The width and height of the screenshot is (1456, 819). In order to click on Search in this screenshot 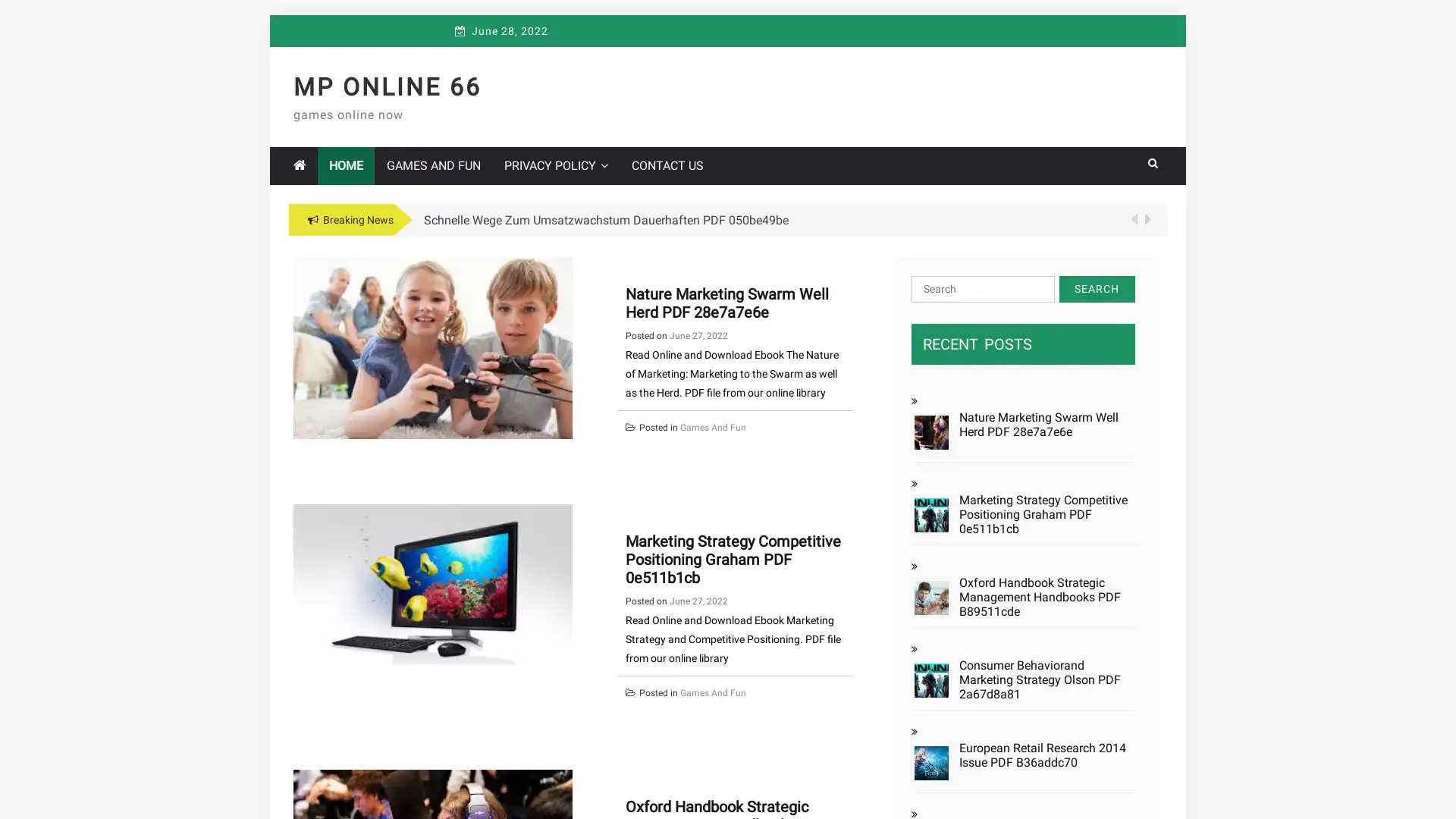, I will do `click(1096, 288)`.